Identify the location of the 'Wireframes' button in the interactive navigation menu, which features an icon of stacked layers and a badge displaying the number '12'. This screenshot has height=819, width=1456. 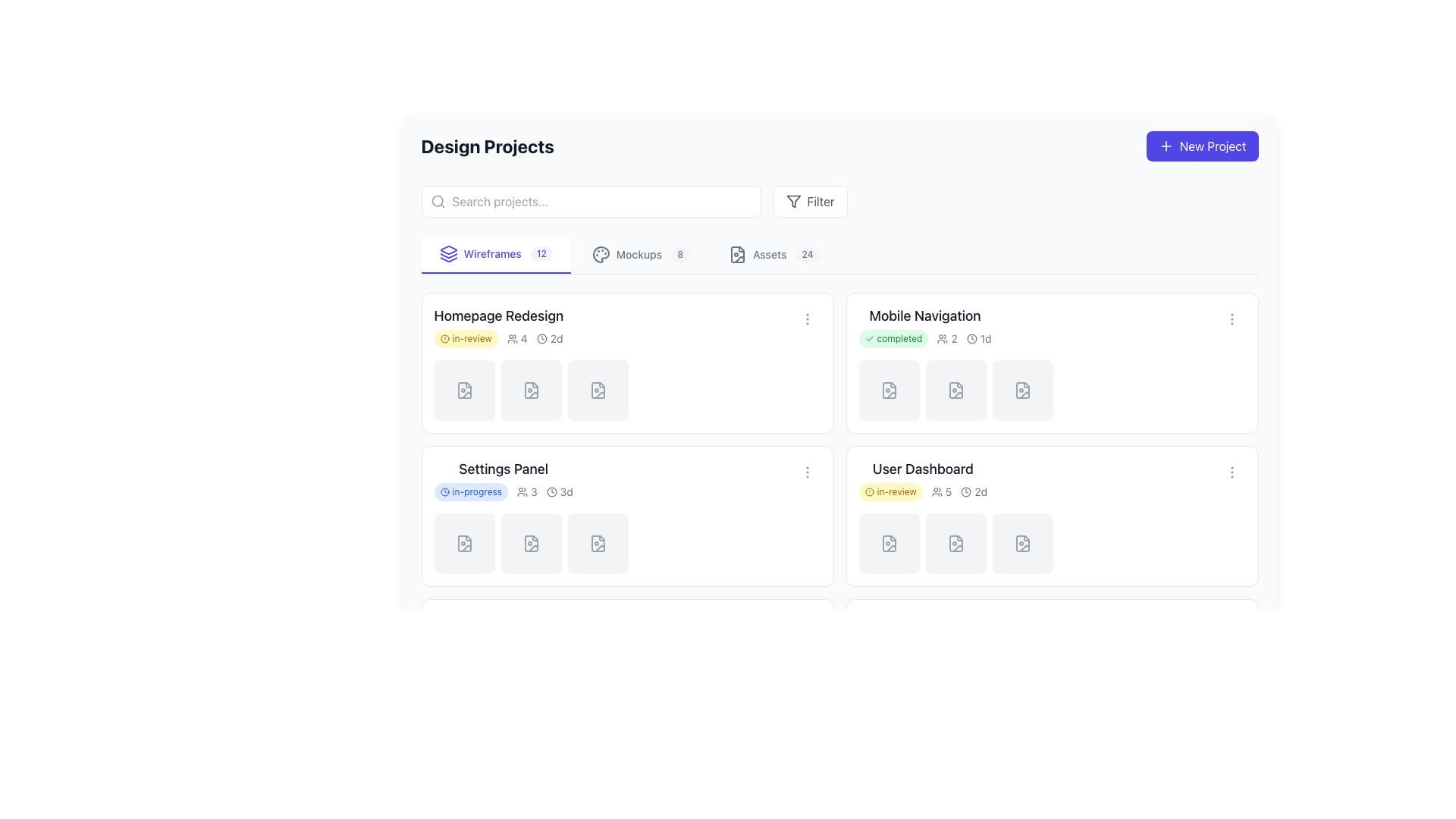
(496, 253).